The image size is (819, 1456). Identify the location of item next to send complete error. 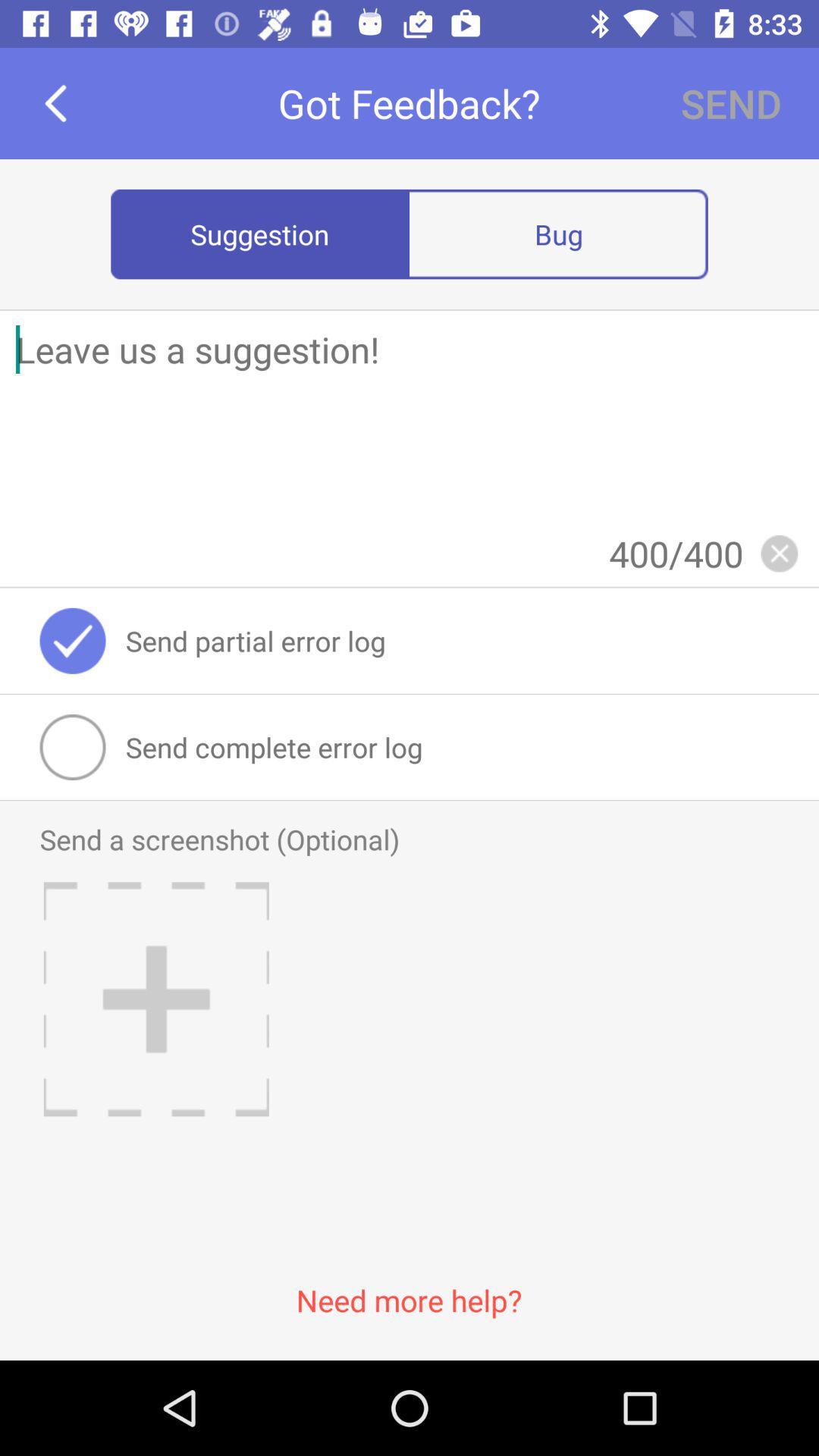
(73, 747).